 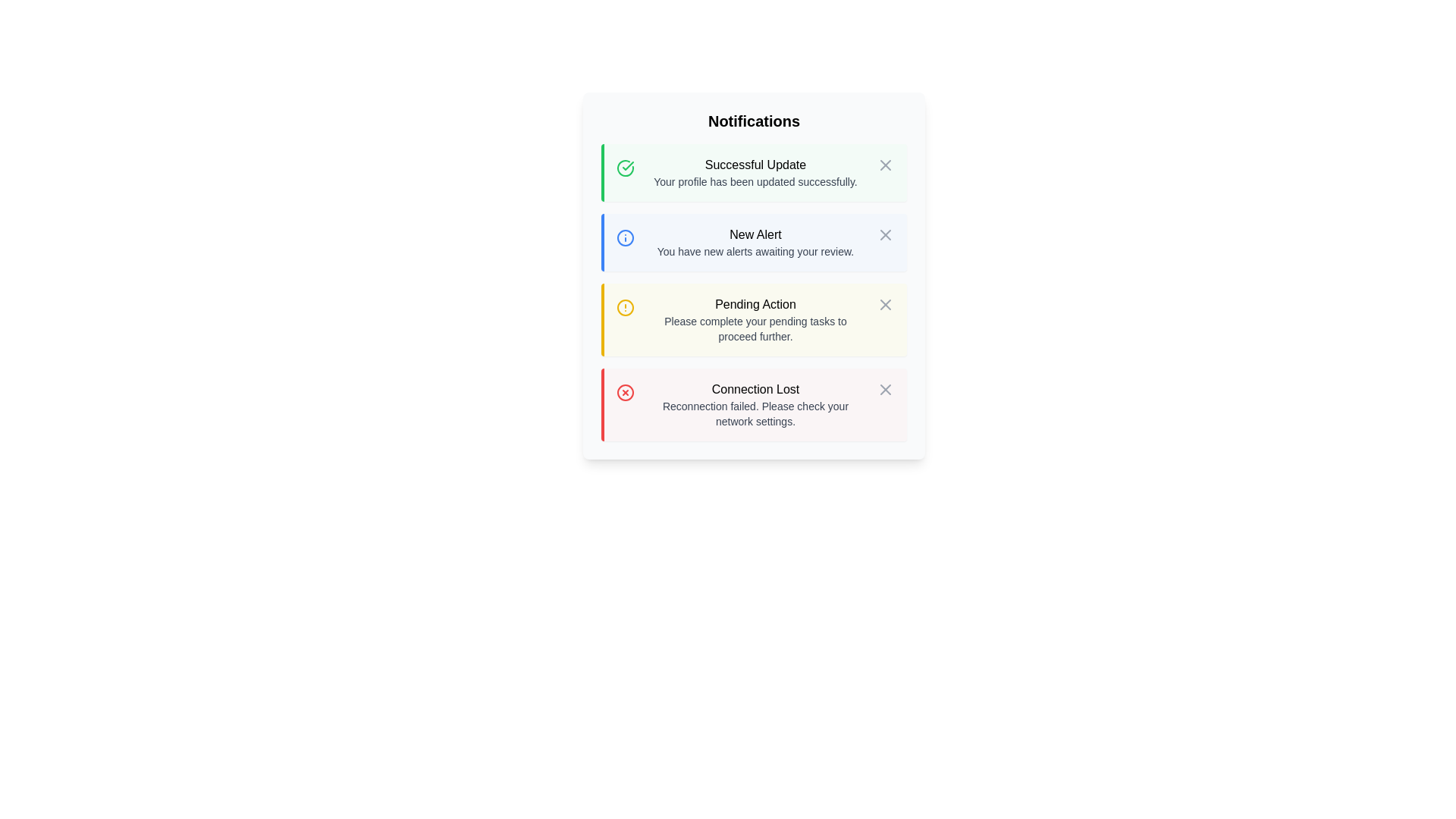 What do you see at coordinates (626, 307) in the screenshot?
I see `the Circle element within the alert symbol of the 'Pending Action' notification, which is highlighted with a yellow background and is the third item in the notification list` at bounding box center [626, 307].